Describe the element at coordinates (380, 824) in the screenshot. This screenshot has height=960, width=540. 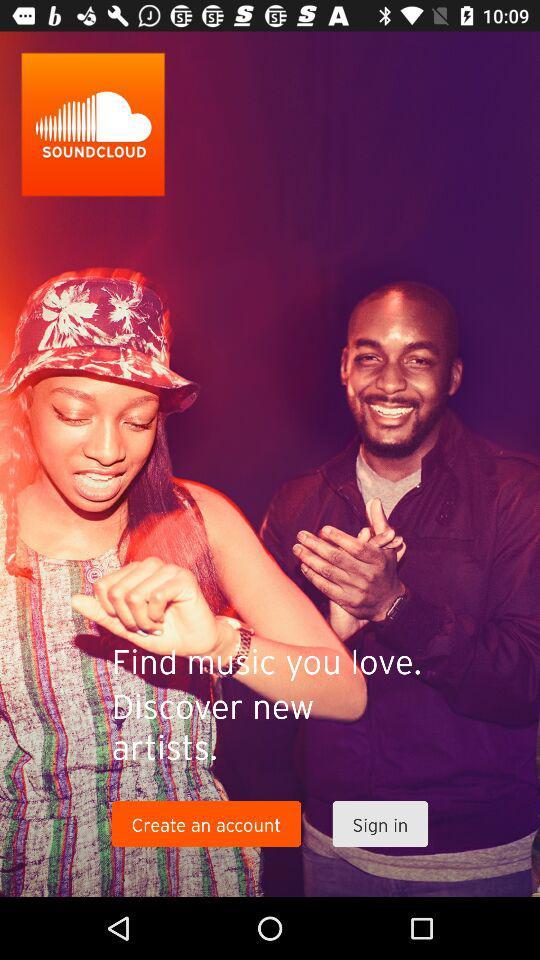
I see `sign in icon` at that location.